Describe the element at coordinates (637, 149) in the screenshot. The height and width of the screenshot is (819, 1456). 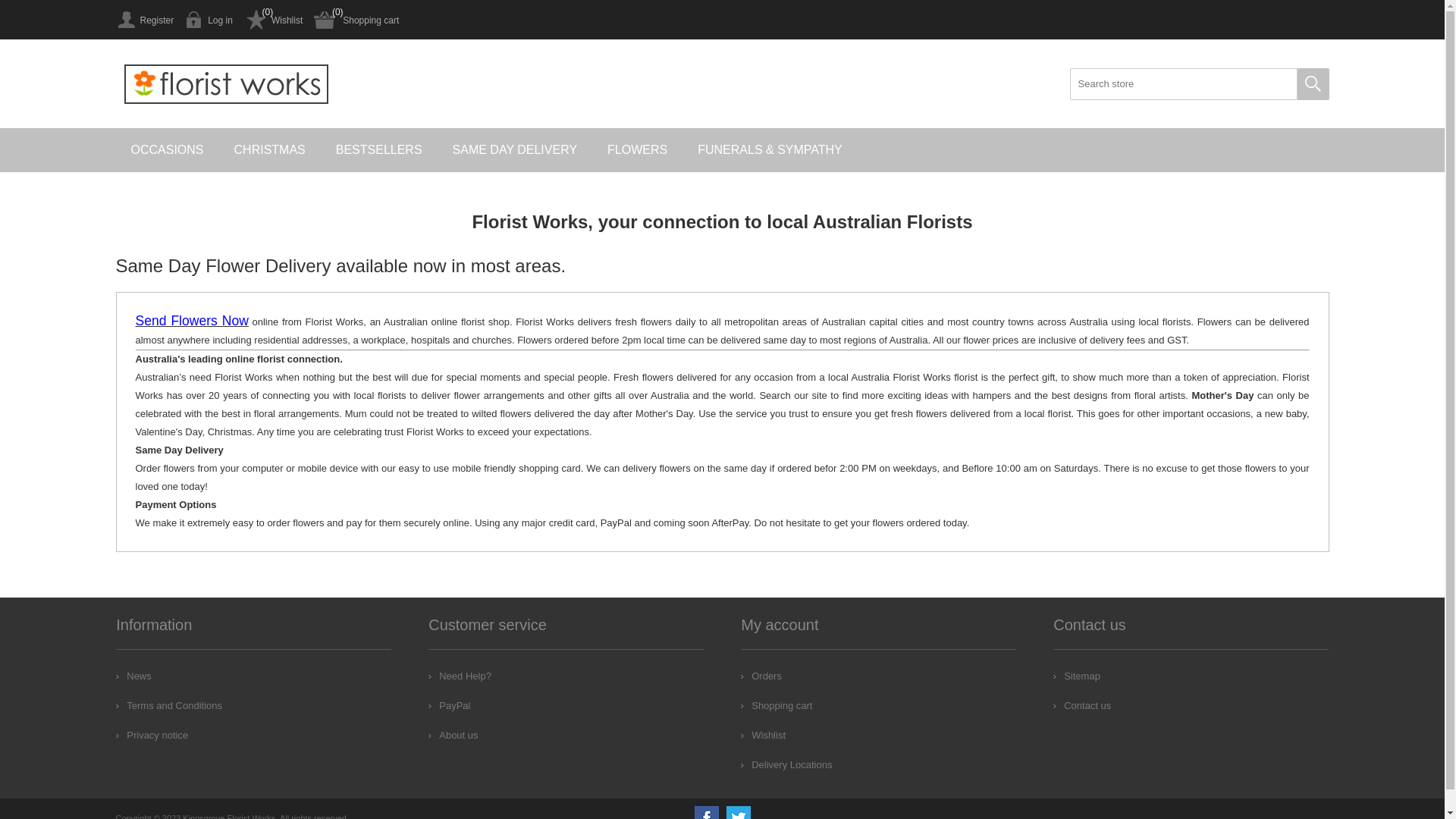
I see `'FLOWERS'` at that location.